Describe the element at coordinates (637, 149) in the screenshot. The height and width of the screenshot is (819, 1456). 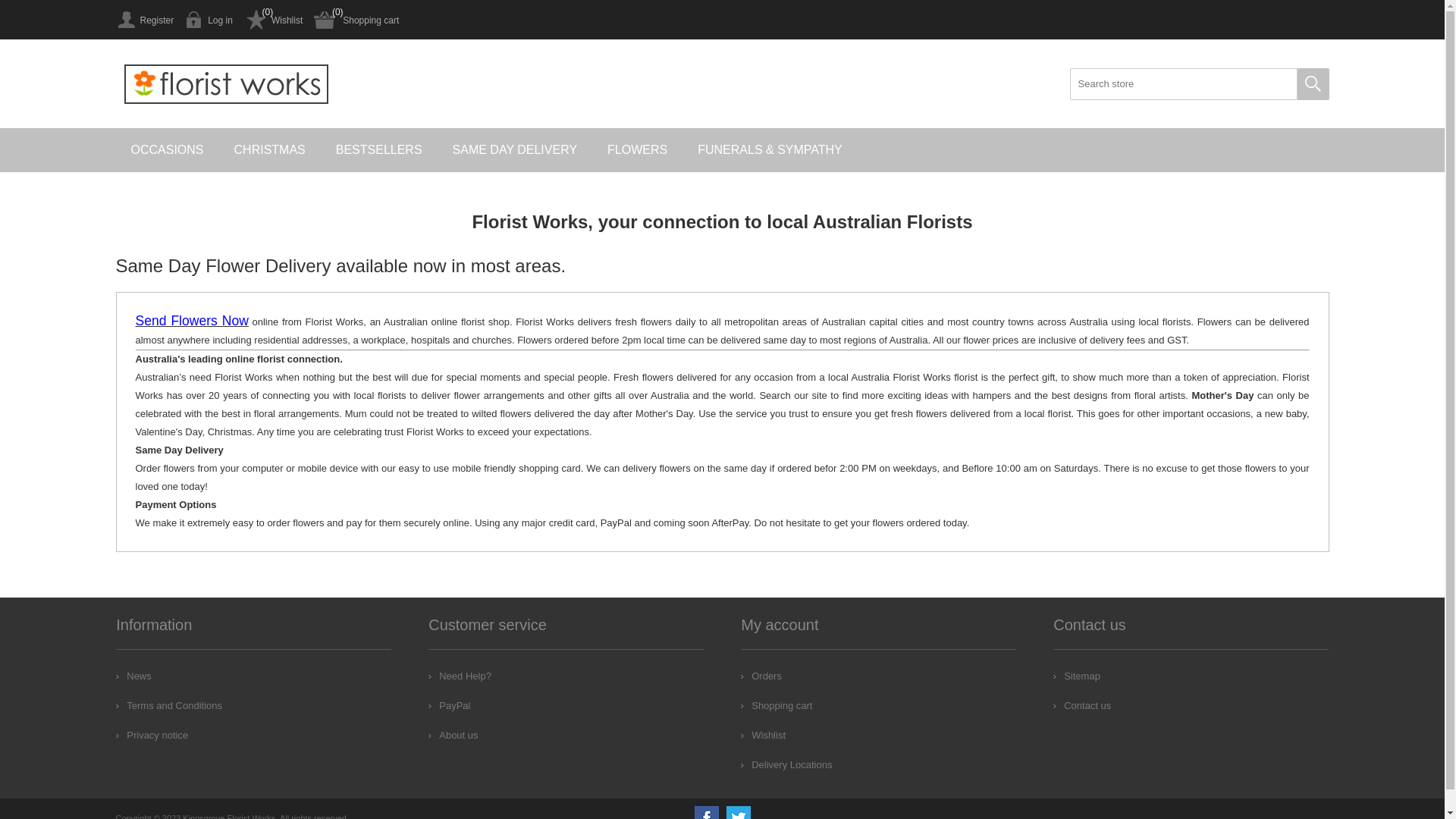
I see `'FLOWERS'` at that location.